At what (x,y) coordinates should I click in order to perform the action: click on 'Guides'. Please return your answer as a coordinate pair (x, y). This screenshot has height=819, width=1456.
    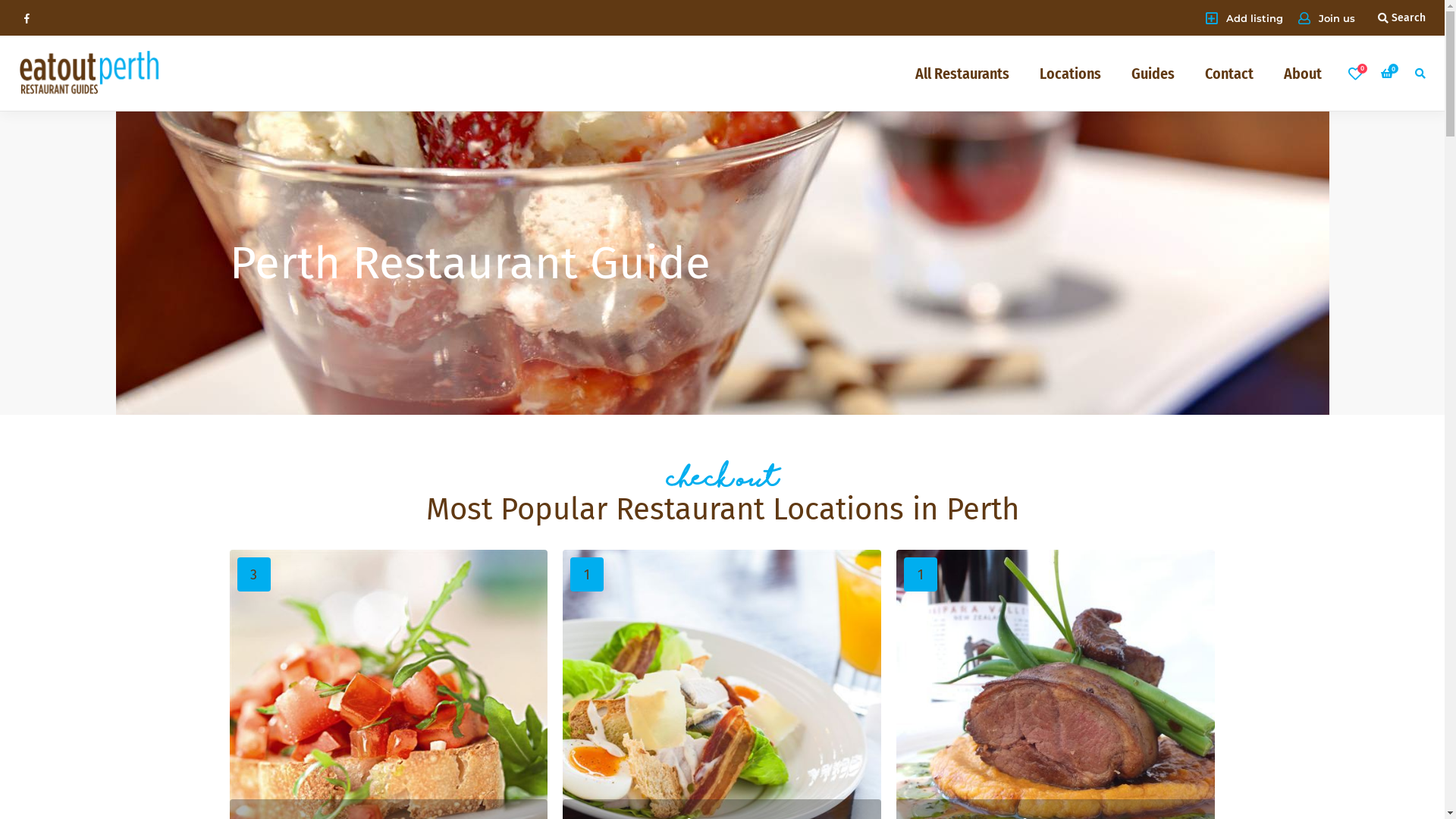
    Looking at the image, I should click on (1153, 73).